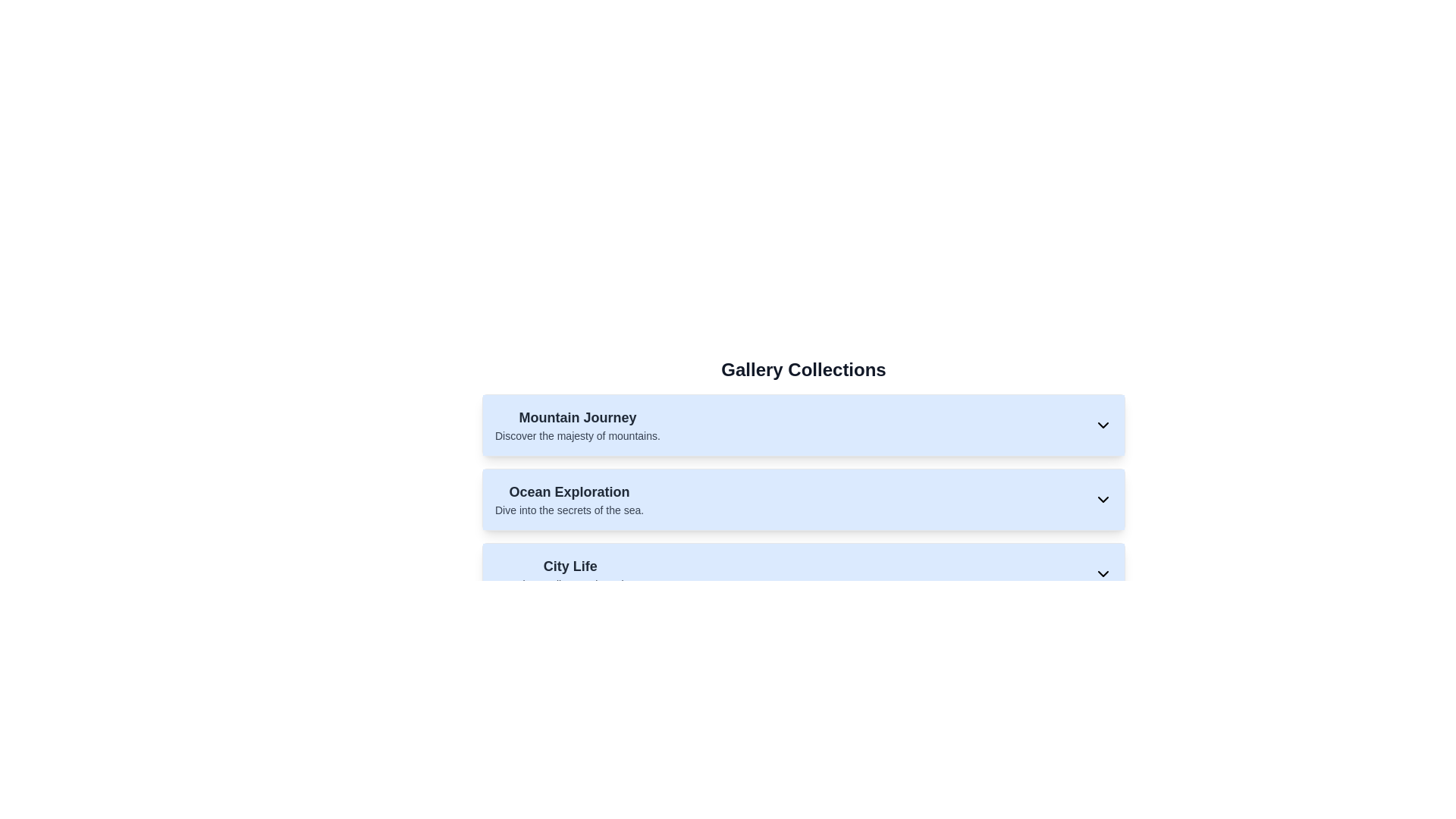 The width and height of the screenshot is (1456, 819). What do you see at coordinates (803, 425) in the screenshot?
I see `the first entry in the expandable list titled 'Mountain Journey'` at bounding box center [803, 425].